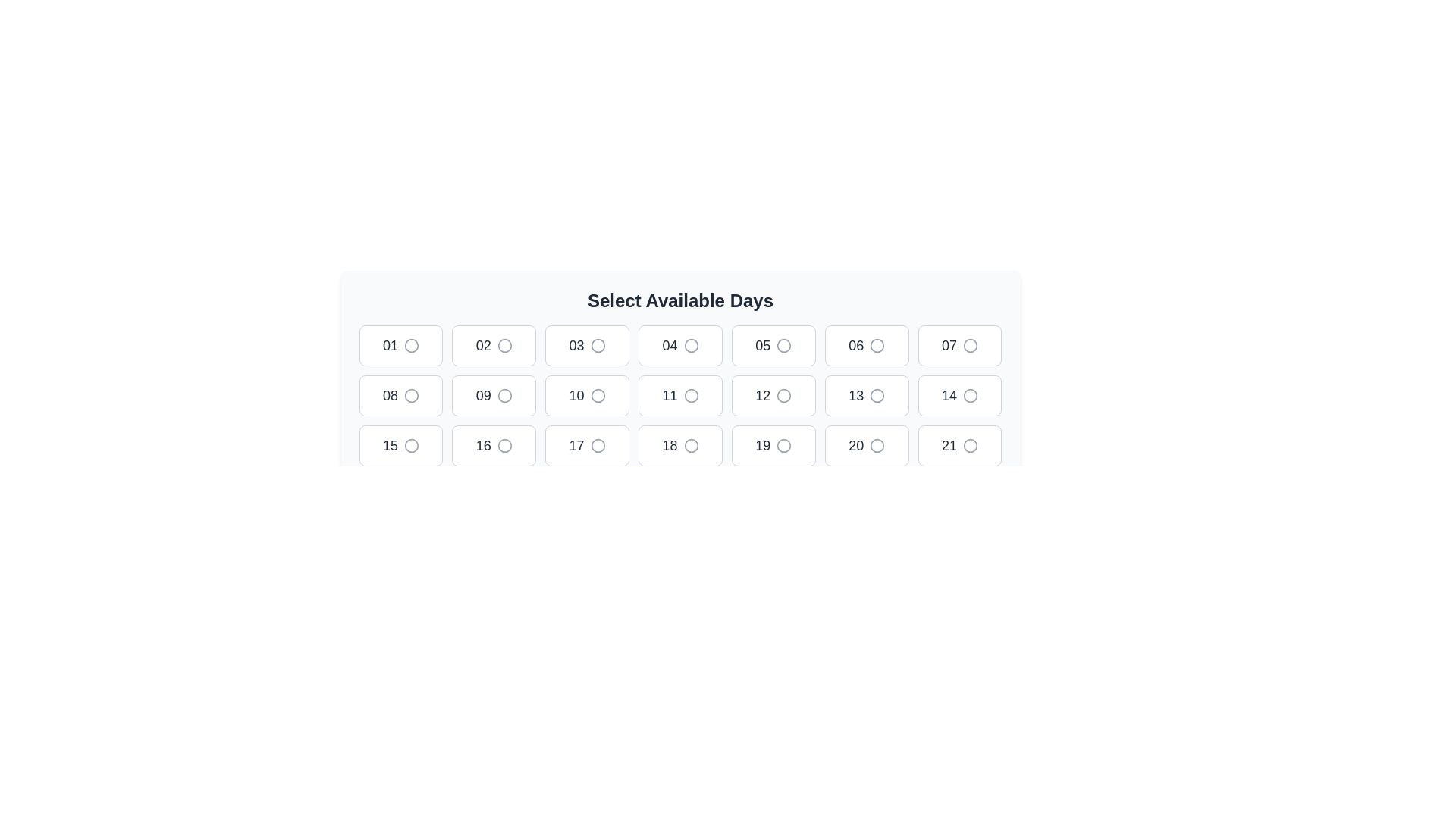 The width and height of the screenshot is (1456, 819). I want to click on the selectable button representing day '10' in the calendar interface, so click(586, 394).